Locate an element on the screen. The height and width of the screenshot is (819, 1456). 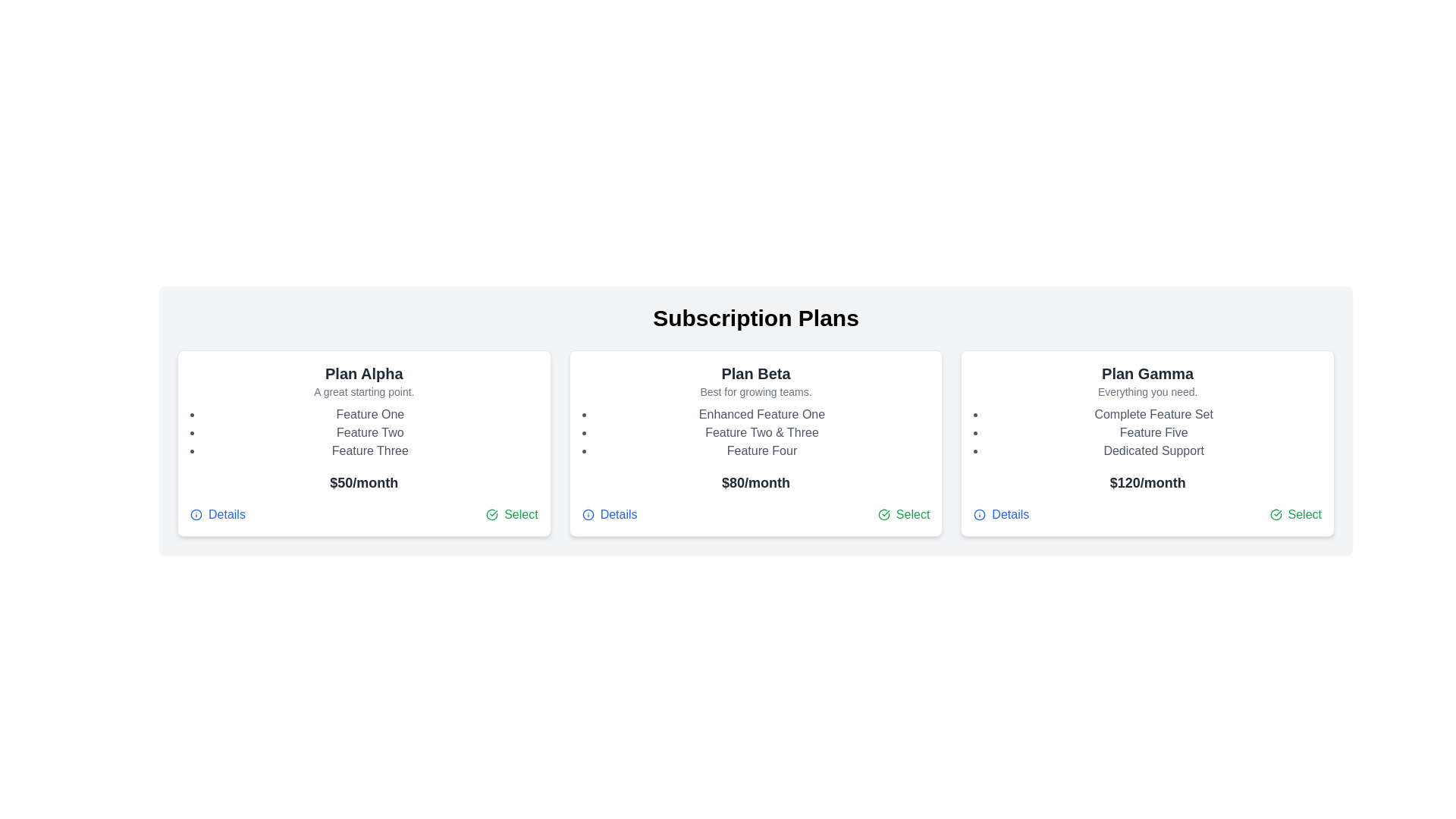
the Text label displaying 'Feature Three', which is the third entry in the bulleted list under the 'Plan Alpha' section is located at coordinates (370, 450).